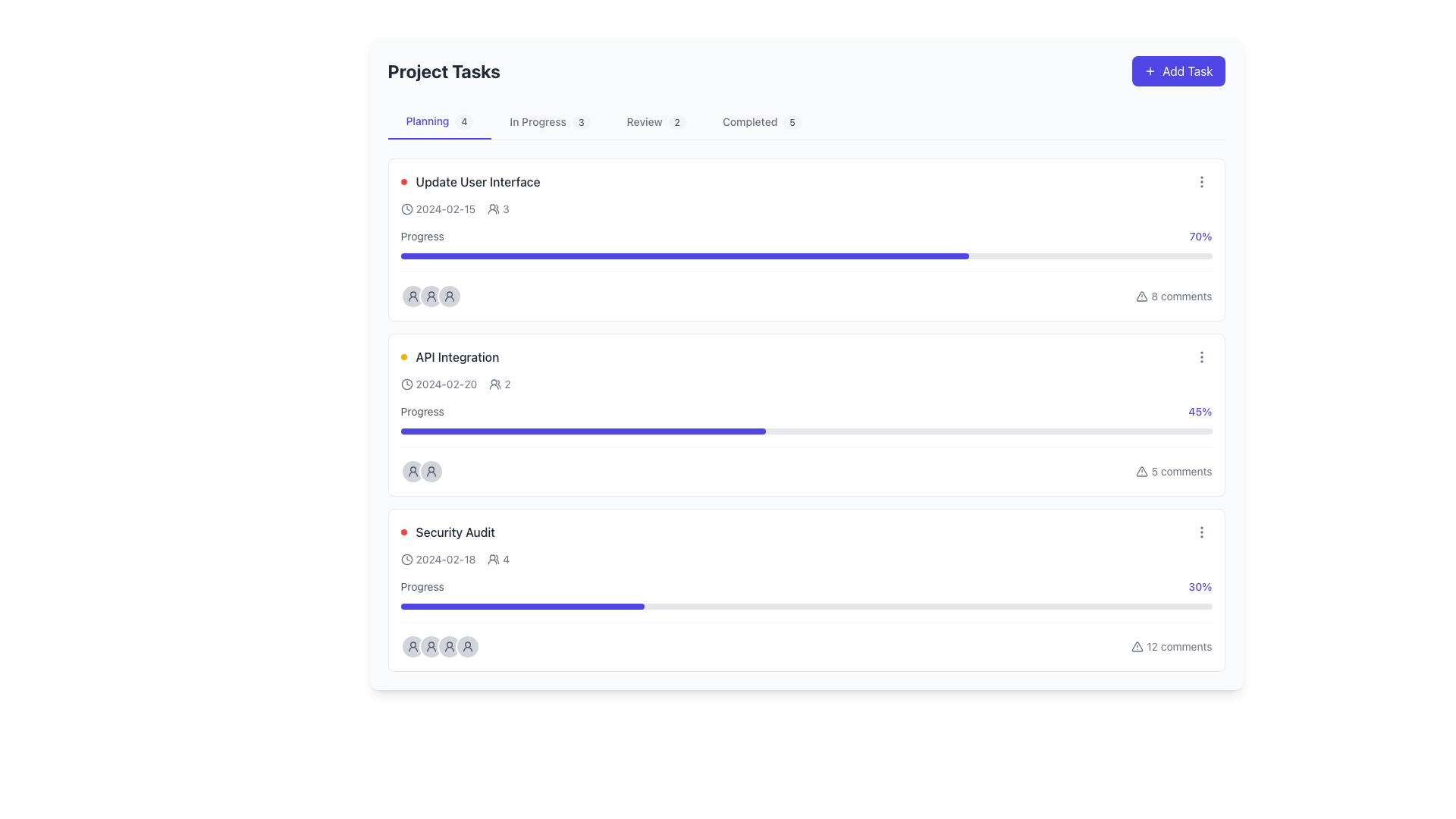 The width and height of the screenshot is (1456, 819). Describe the element at coordinates (805, 419) in the screenshot. I see `the visual progress of the Progress Bar located in the 'API Integration' section, positioned below the date and participant count information` at that location.